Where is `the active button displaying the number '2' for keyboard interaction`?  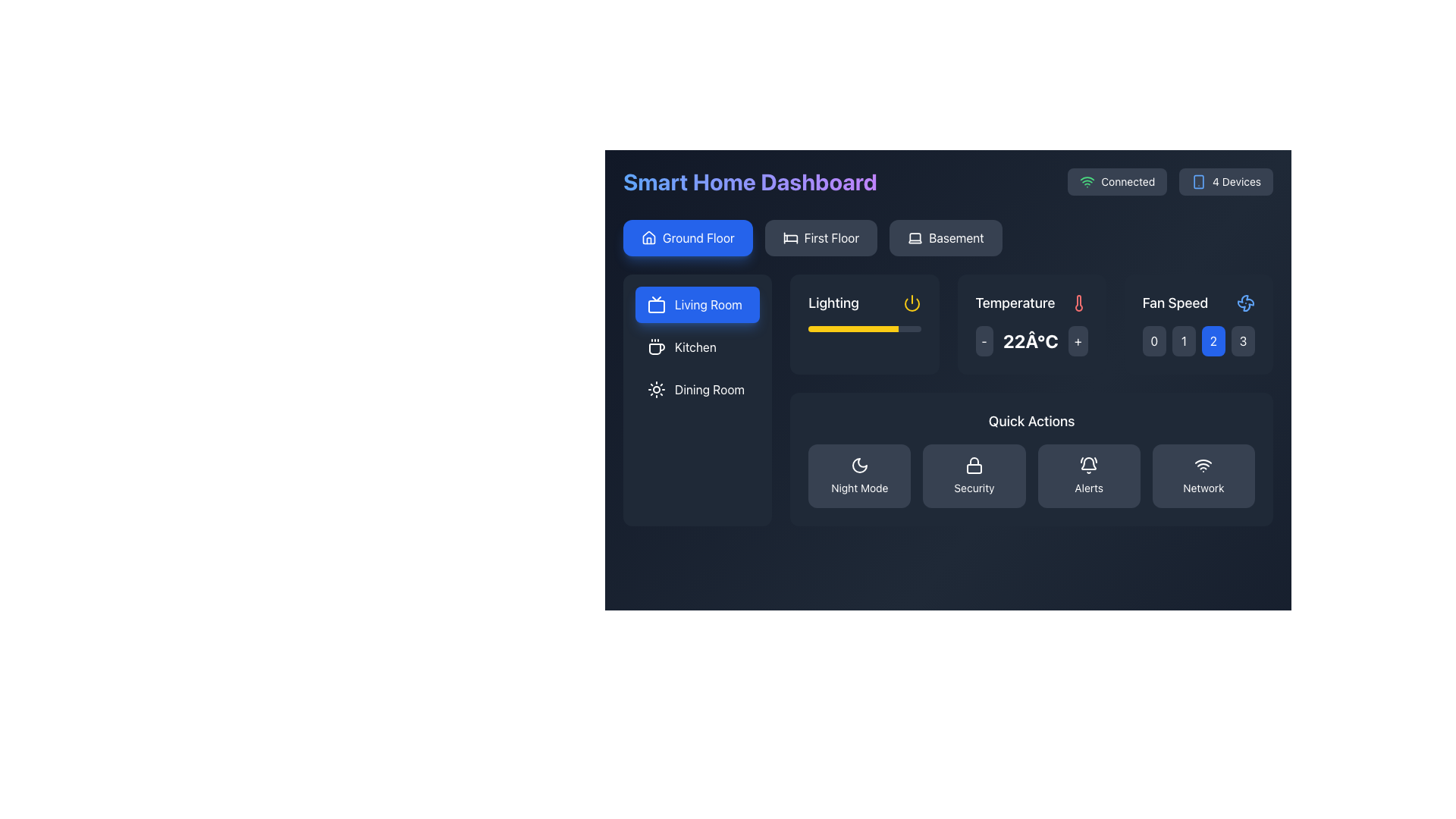
the active button displaying the number '2' for keyboard interaction is located at coordinates (1213, 341).